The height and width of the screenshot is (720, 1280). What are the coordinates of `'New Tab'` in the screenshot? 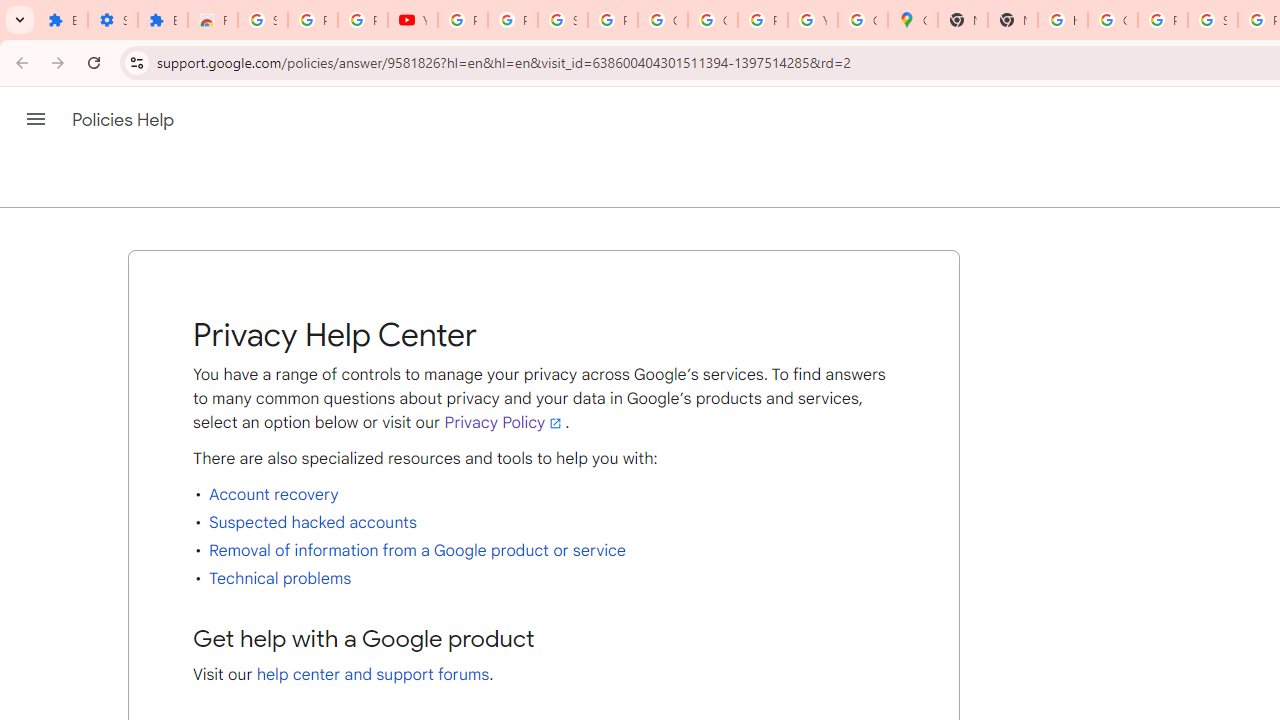 It's located at (963, 20).